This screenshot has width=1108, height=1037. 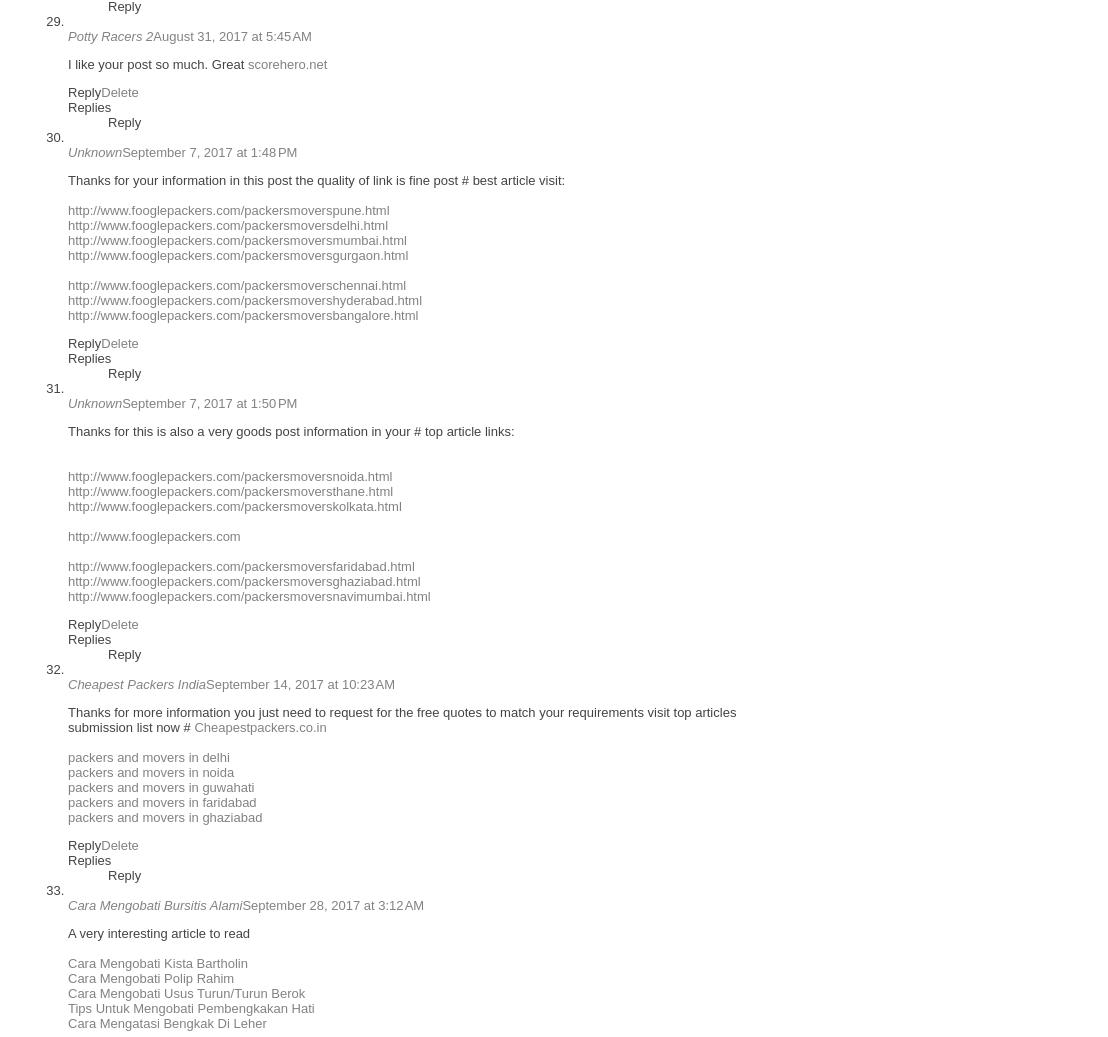 What do you see at coordinates (157, 933) in the screenshot?
I see `'A very interesting article to read'` at bounding box center [157, 933].